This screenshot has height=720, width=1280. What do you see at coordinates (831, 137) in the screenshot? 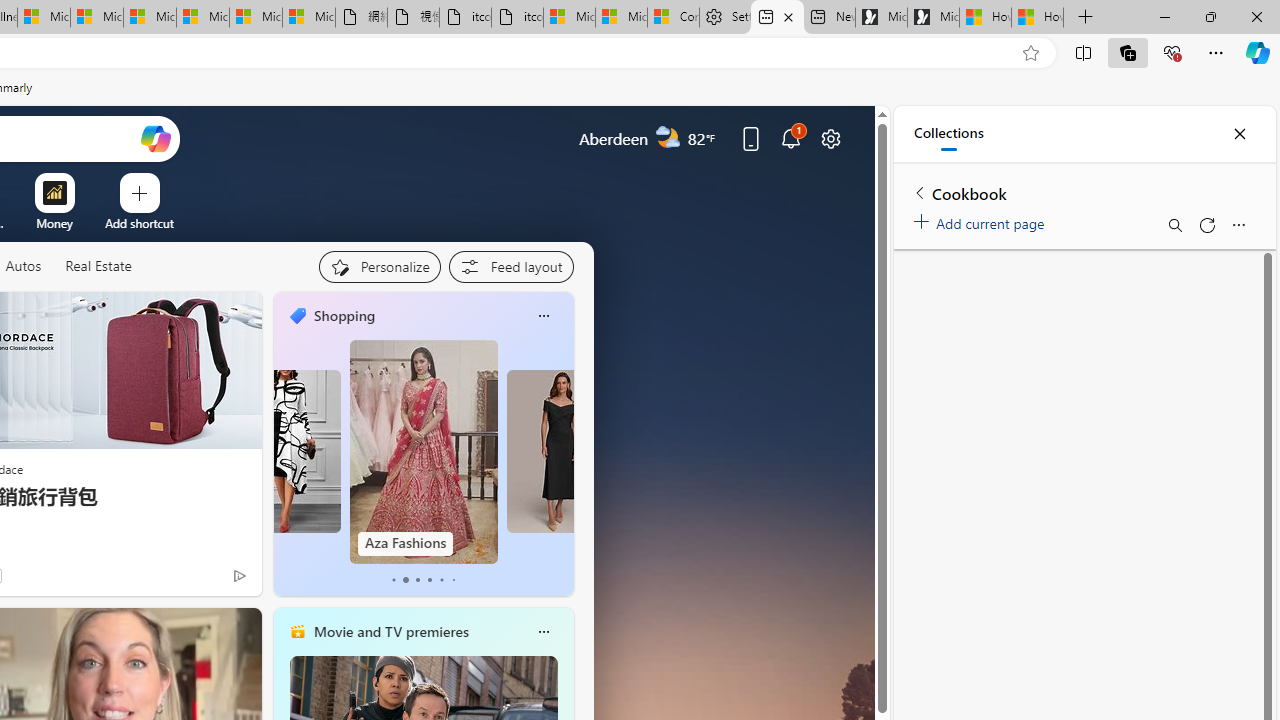
I see `'Page settings'` at bounding box center [831, 137].